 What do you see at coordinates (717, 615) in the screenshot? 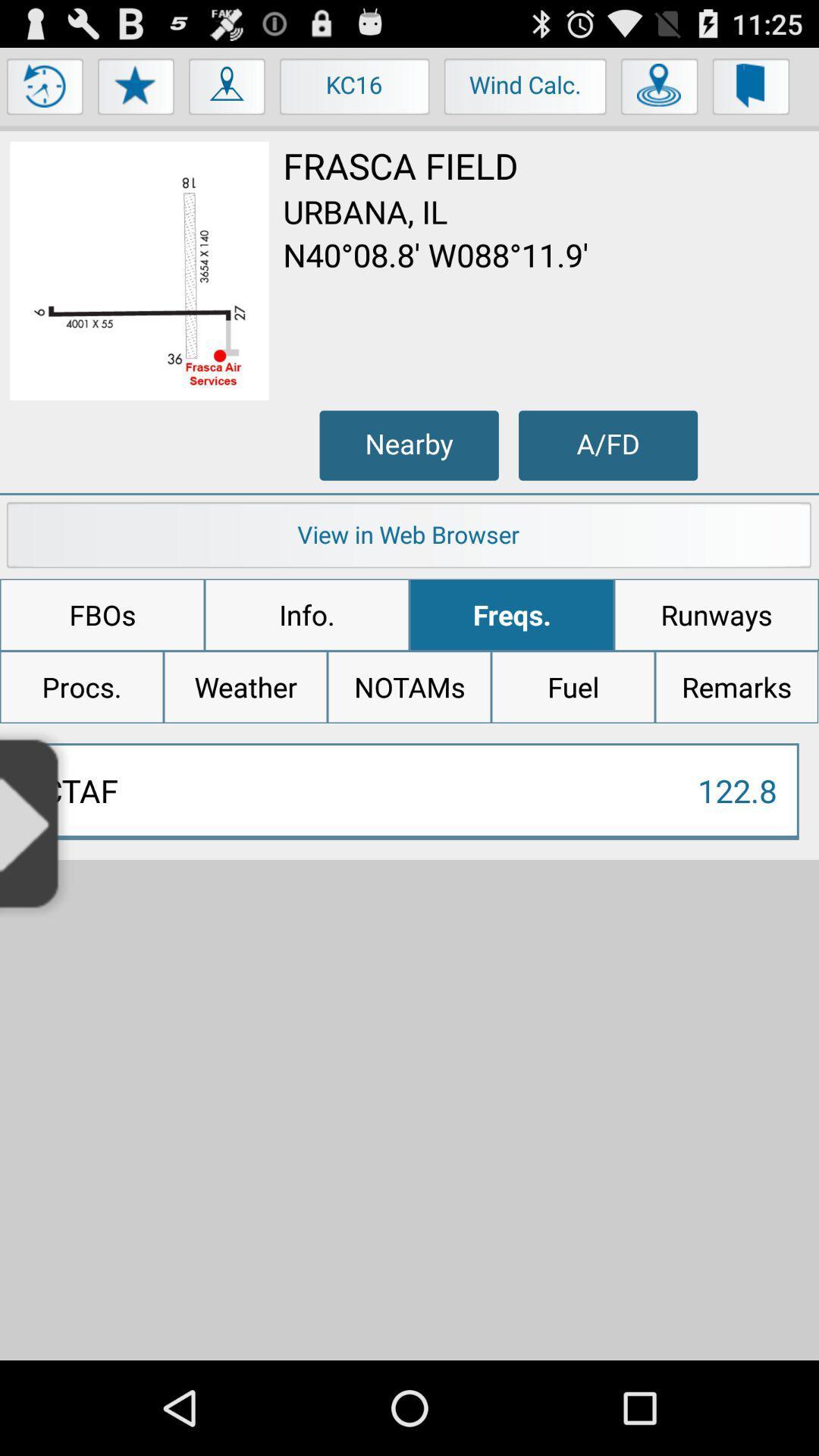
I see `the app to the right of freqs.` at bounding box center [717, 615].